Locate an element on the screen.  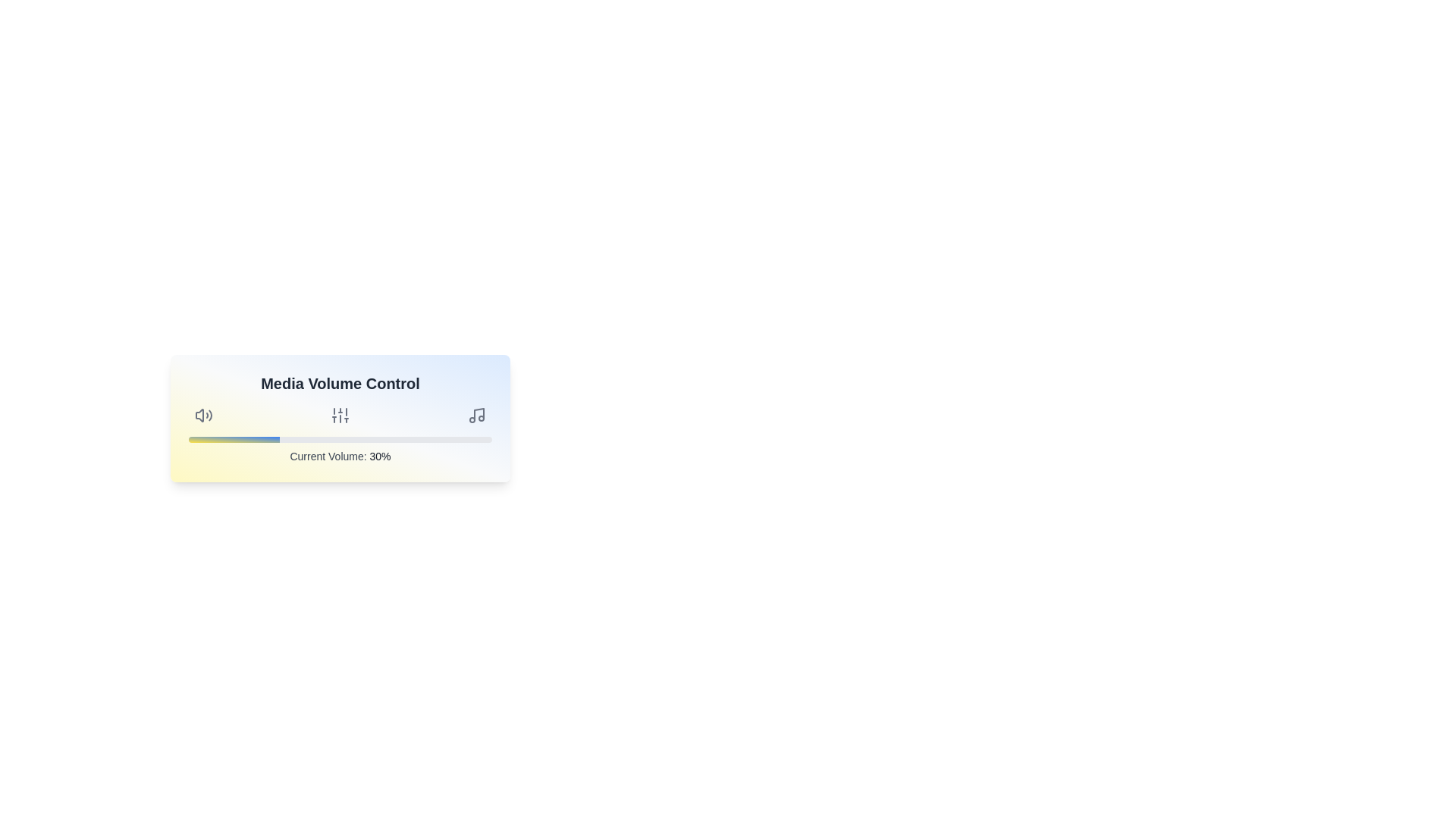
the settings adjustment icon located at the center of the control panel is located at coordinates (340, 415).